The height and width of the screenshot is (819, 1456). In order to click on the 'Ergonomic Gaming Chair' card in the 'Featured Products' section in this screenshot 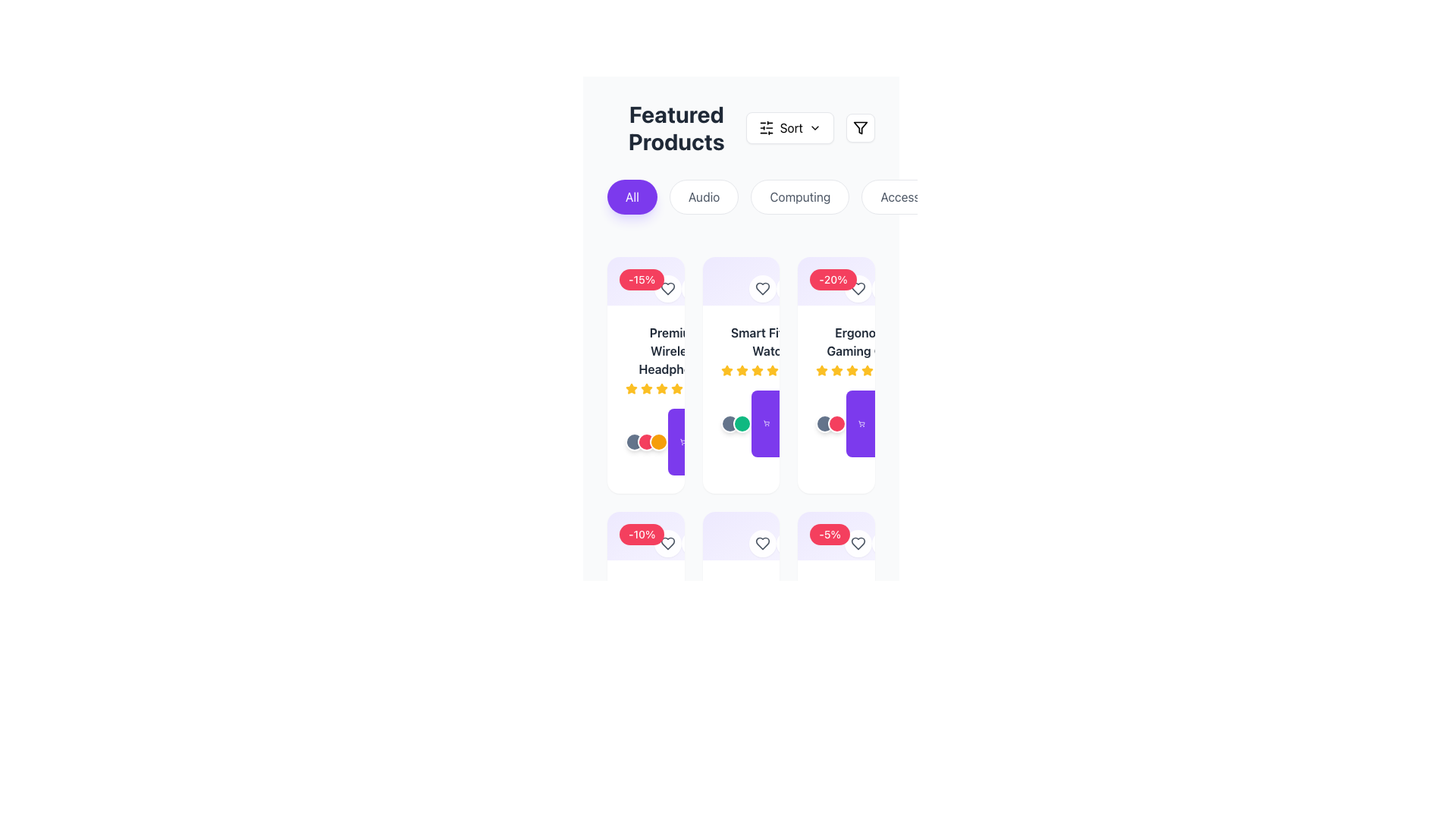, I will do `click(836, 375)`.